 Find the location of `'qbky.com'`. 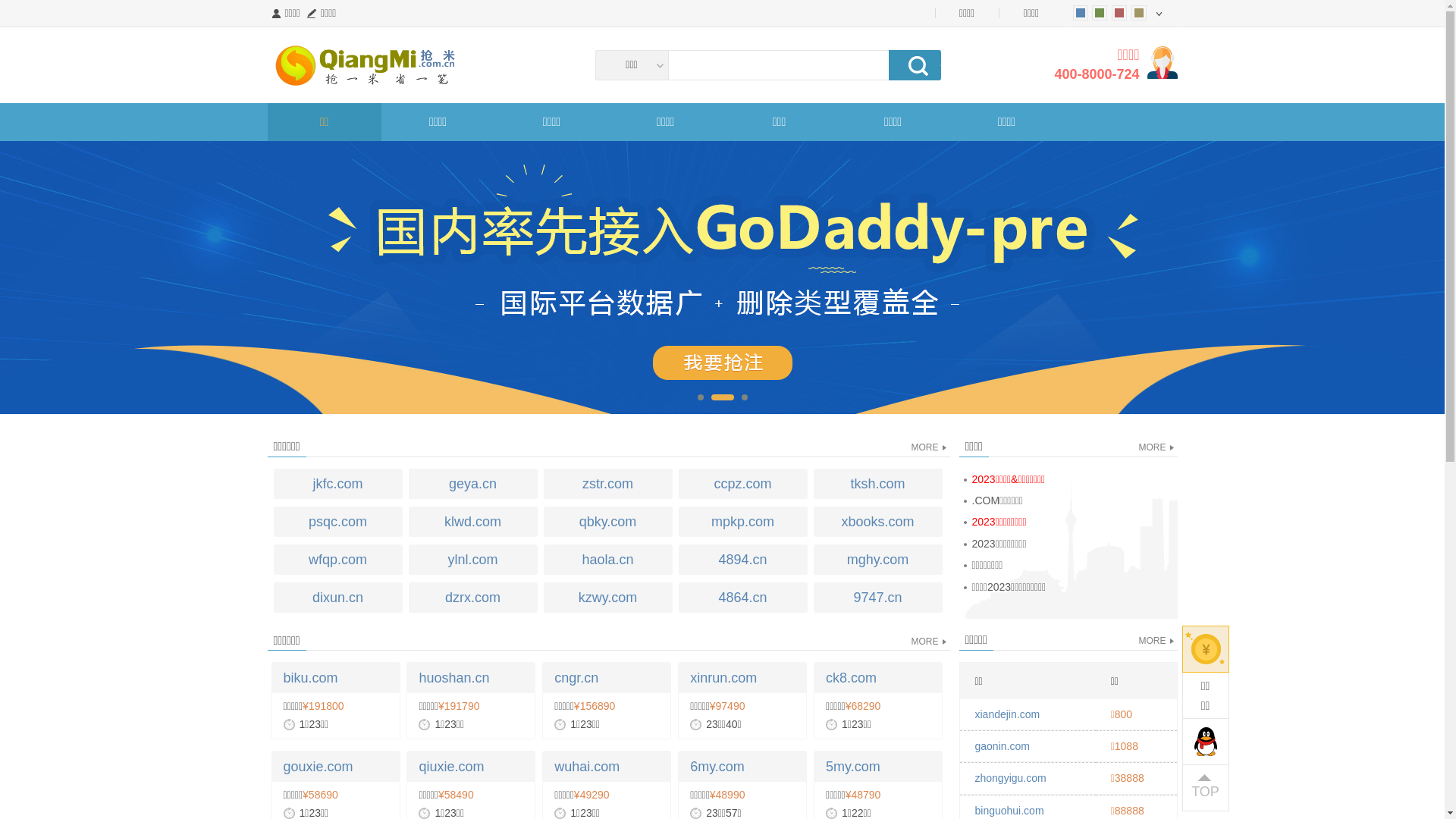

'qbky.com' is located at coordinates (542, 520).